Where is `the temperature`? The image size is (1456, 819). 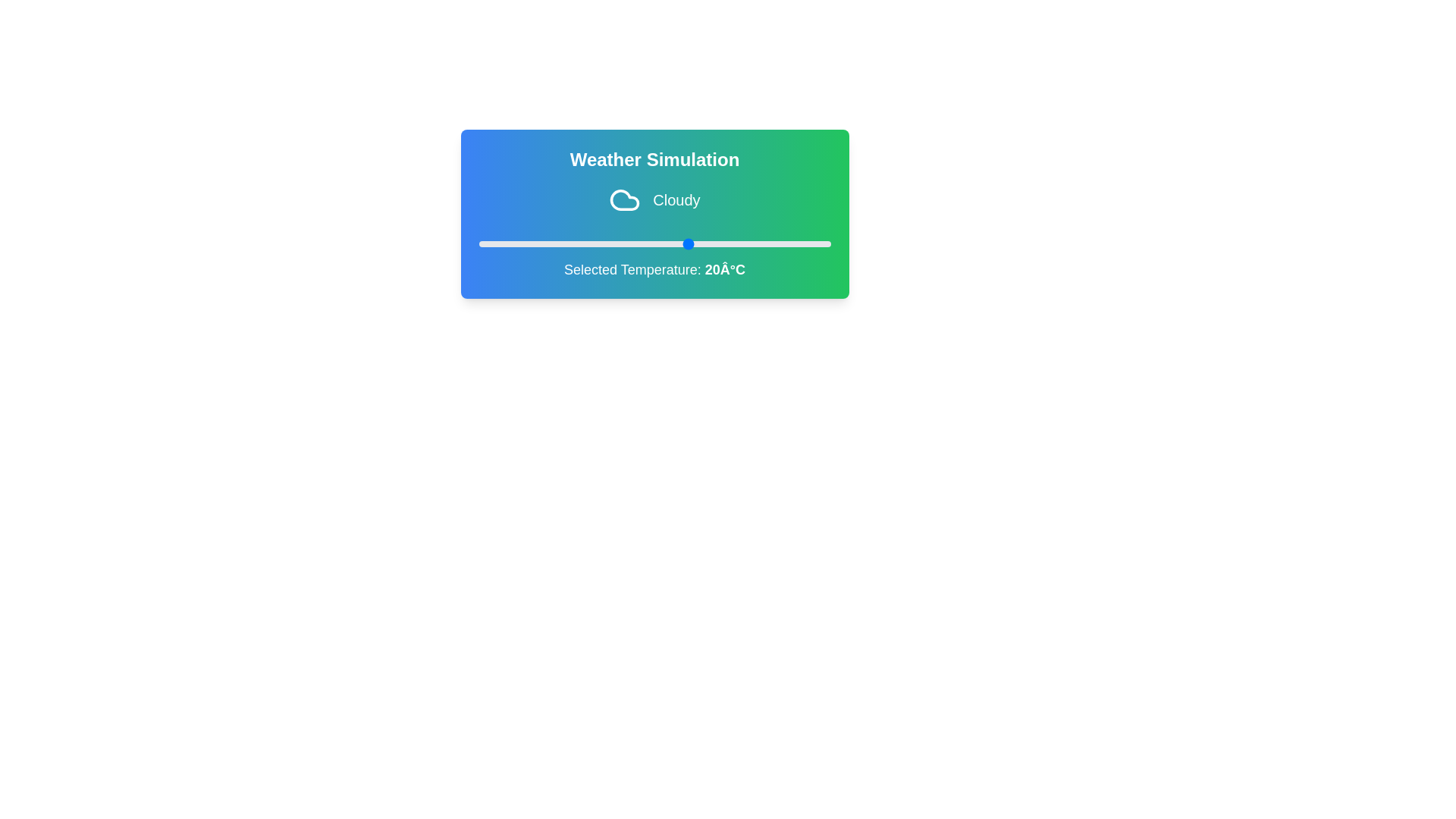 the temperature is located at coordinates (654, 243).